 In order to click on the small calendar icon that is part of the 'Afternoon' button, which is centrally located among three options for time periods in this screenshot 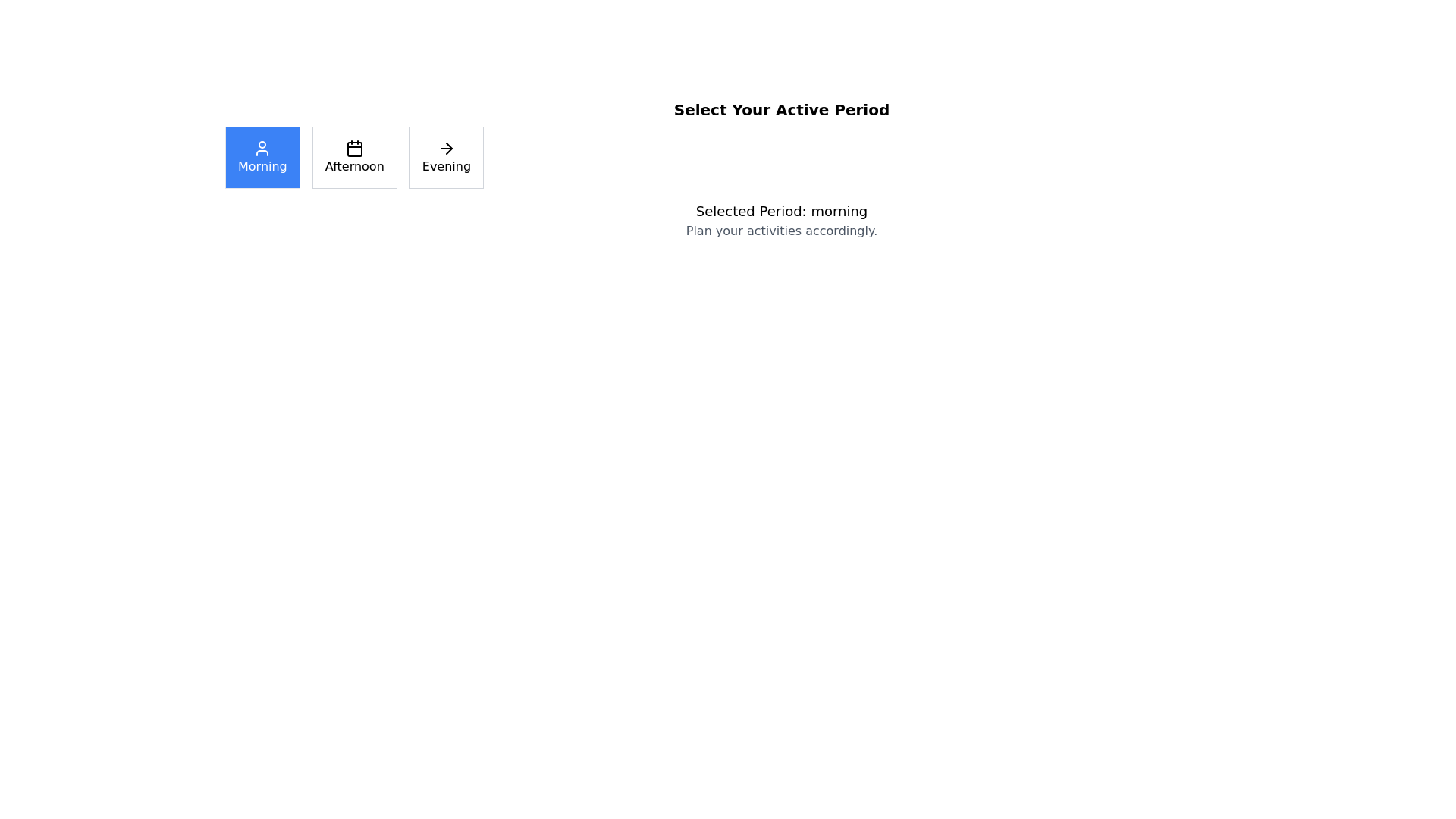, I will do `click(353, 149)`.